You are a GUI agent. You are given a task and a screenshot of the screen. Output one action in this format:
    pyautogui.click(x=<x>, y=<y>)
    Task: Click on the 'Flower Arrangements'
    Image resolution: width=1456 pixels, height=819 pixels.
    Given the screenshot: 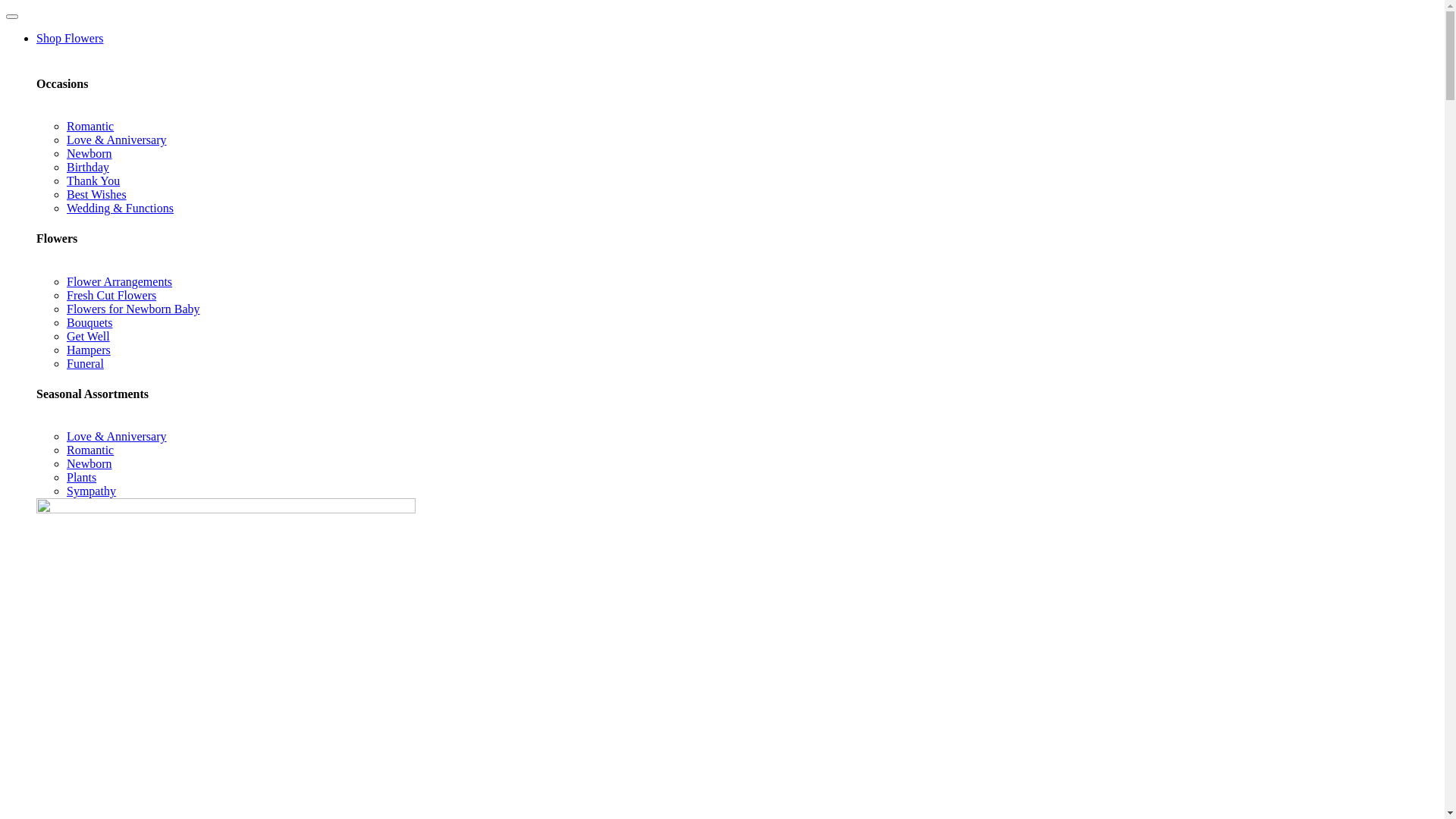 What is the action you would take?
    pyautogui.click(x=118, y=281)
    